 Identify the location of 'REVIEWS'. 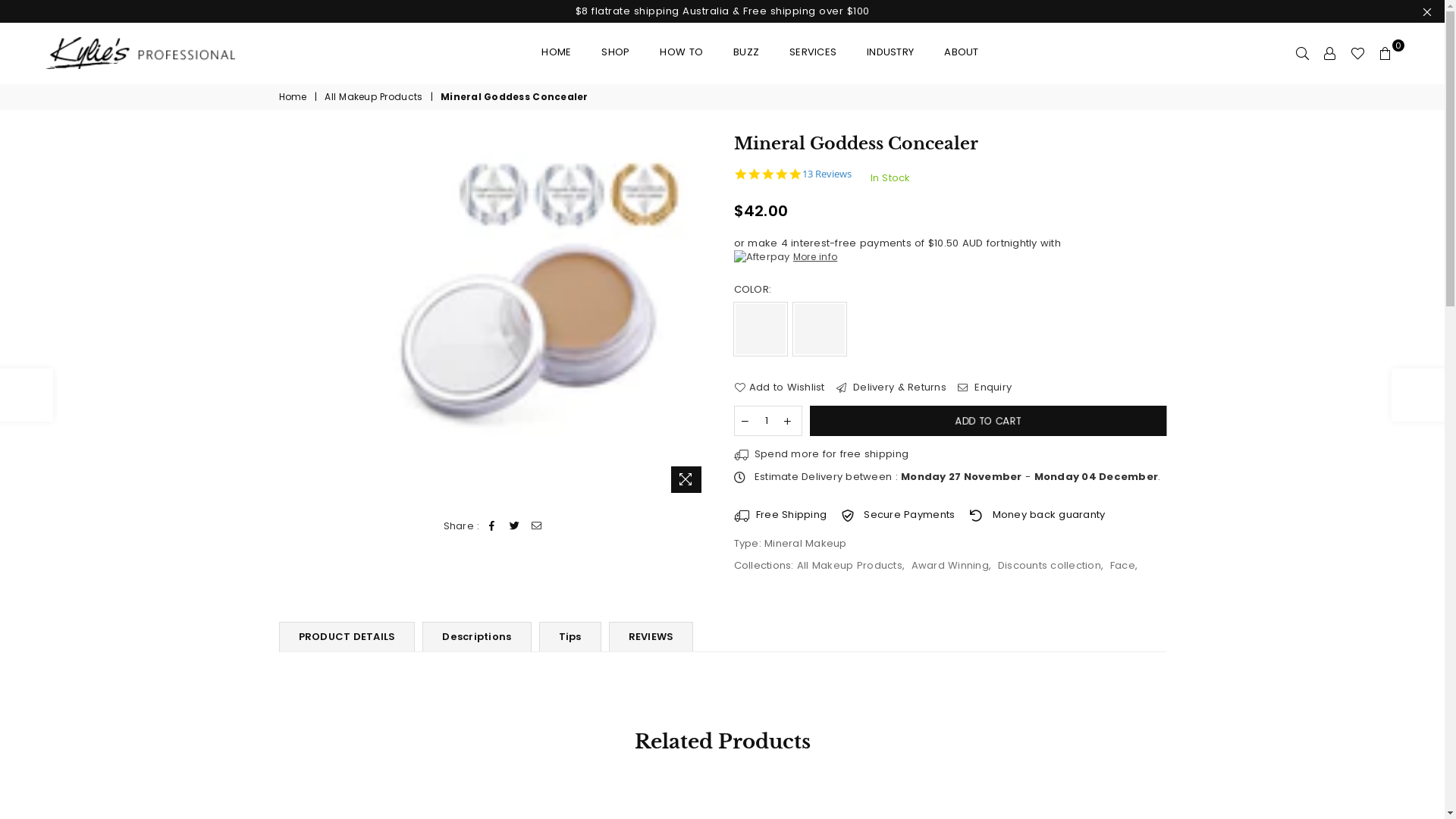
(651, 636).